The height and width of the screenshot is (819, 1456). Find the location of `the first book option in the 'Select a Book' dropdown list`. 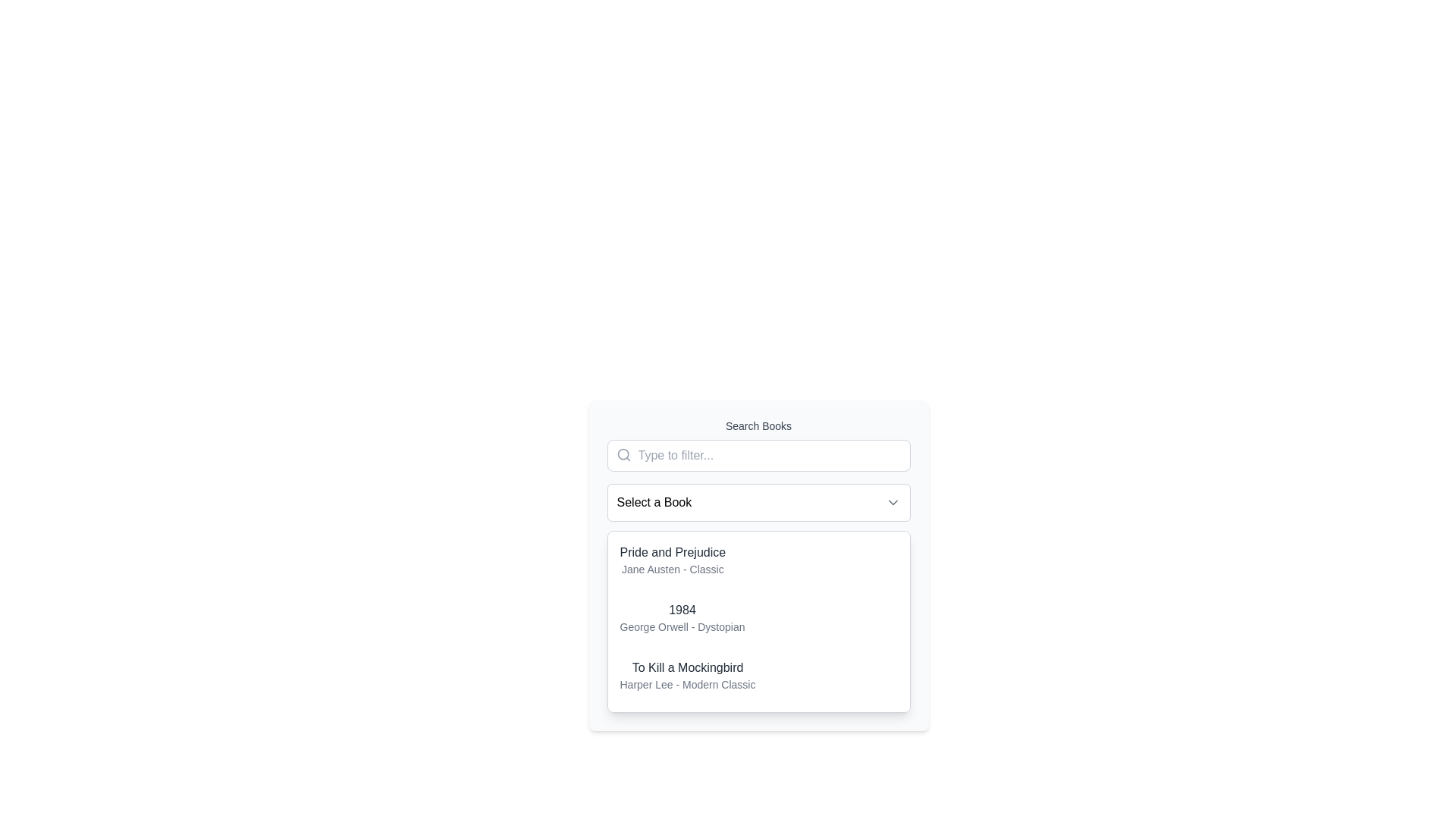

the first book option in the 'Select a Book' dropdown list is located at coordinates (758, 560).